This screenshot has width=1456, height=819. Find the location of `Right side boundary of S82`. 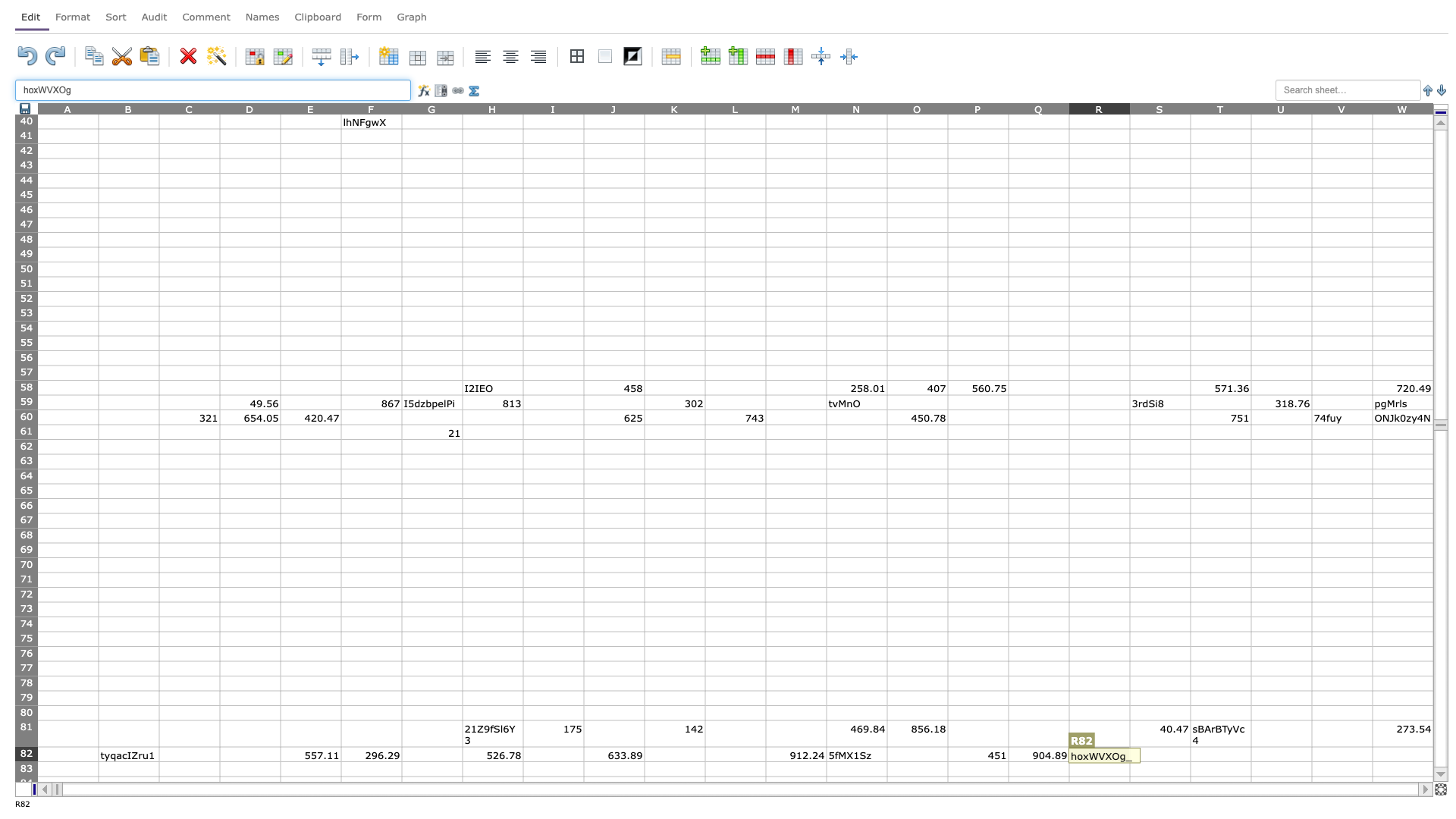

Right side boundary of S82 is located at coordinates (1189, 754).